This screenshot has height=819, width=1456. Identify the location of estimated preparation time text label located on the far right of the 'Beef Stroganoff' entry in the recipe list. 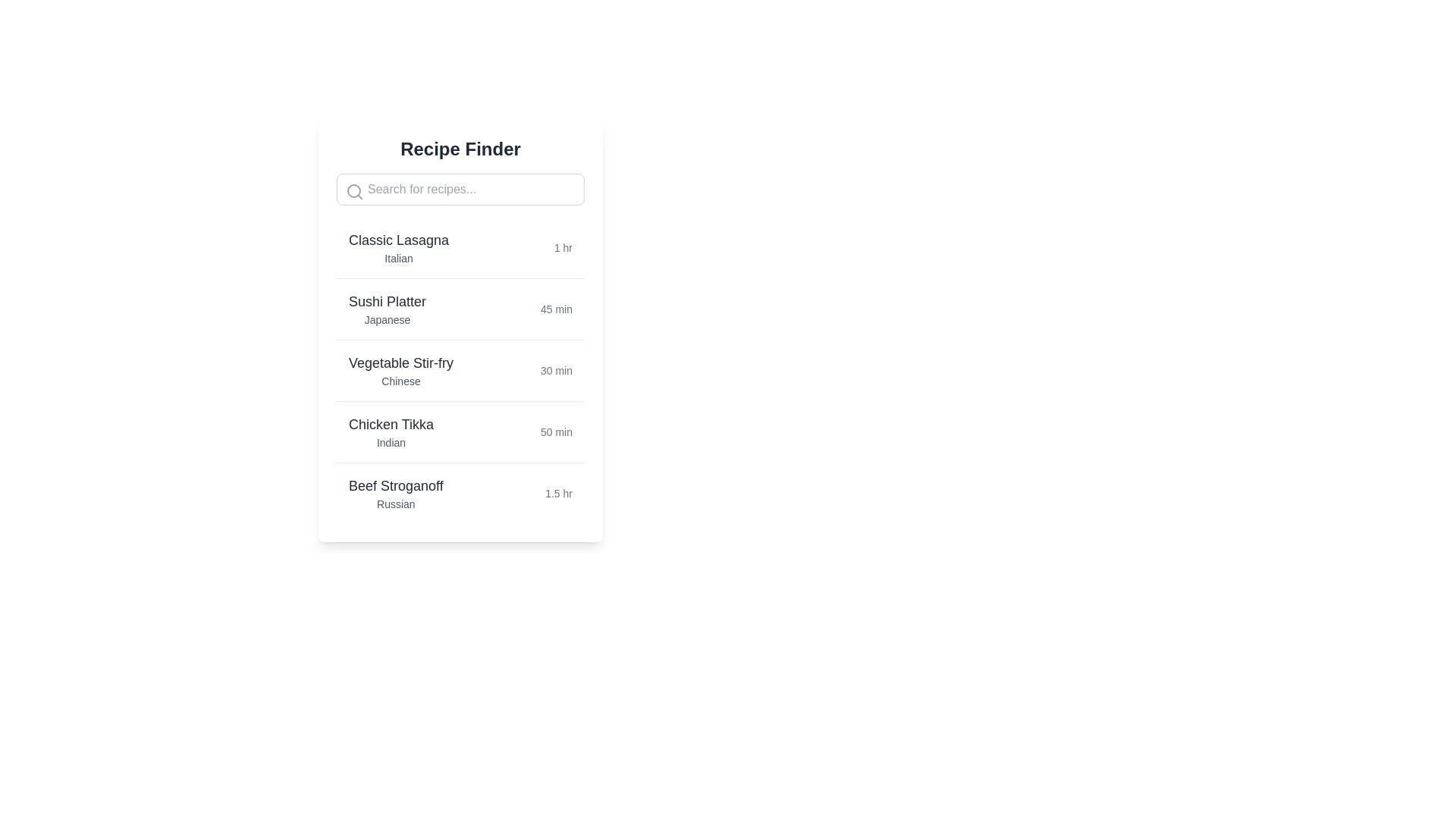
(558, 494).